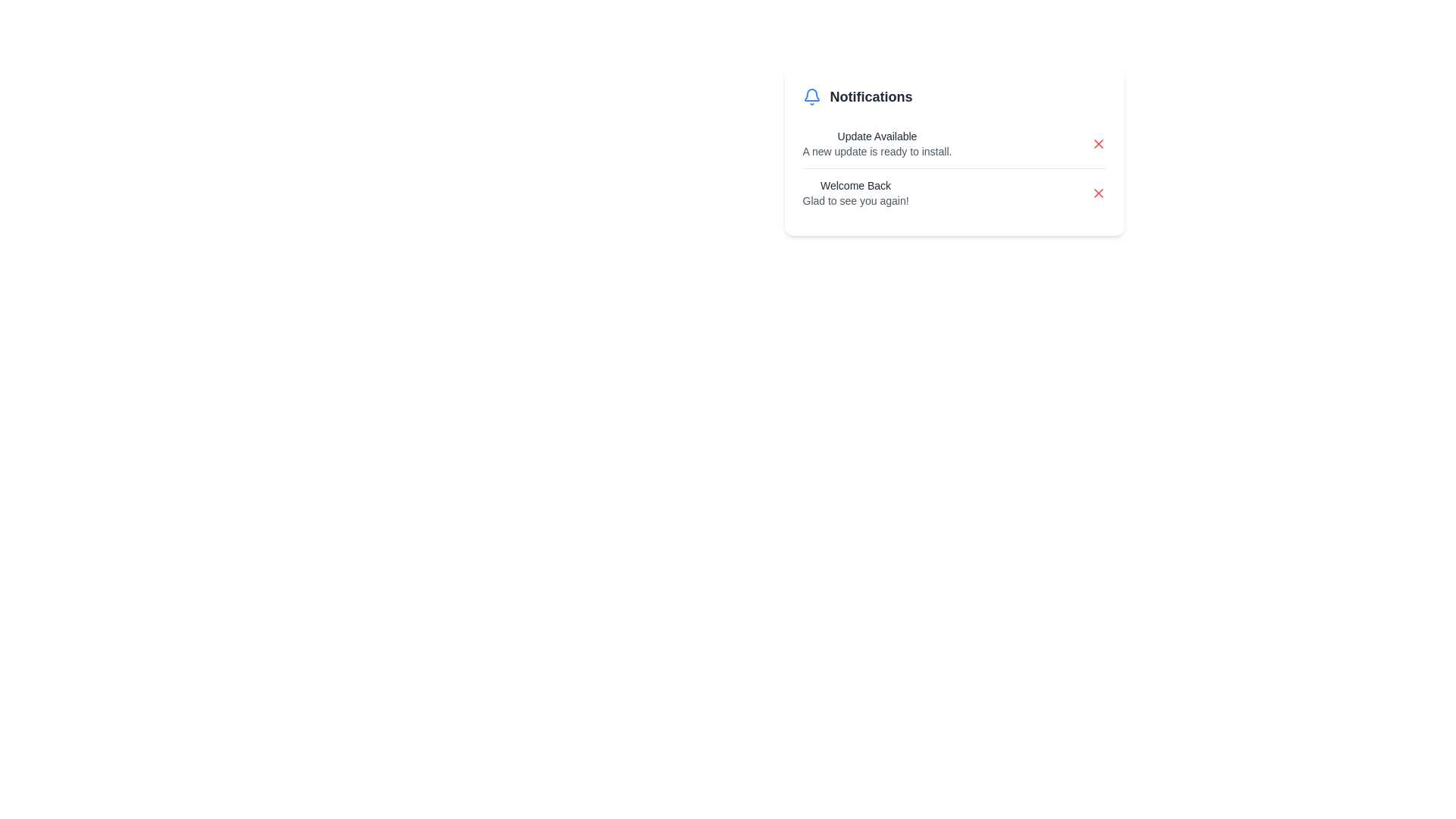 The image size is (1456, 819). What do you see at coordinates (953, 192) in the screenshot?
I see `the notification message welcoming the user back, which is the second item in the notification card` at bounding box center [953, 192].